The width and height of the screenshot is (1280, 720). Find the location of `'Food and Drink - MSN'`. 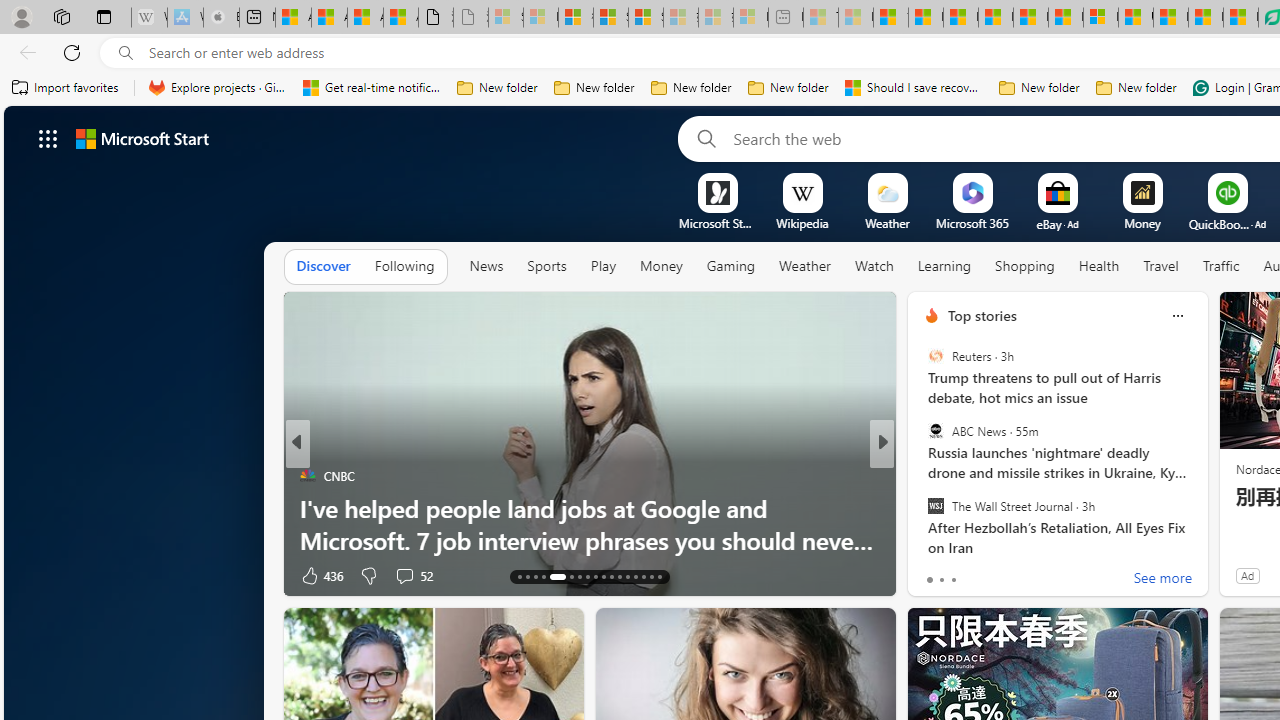

'Food and Drink - MSN' is located at coordinates (925, 17).